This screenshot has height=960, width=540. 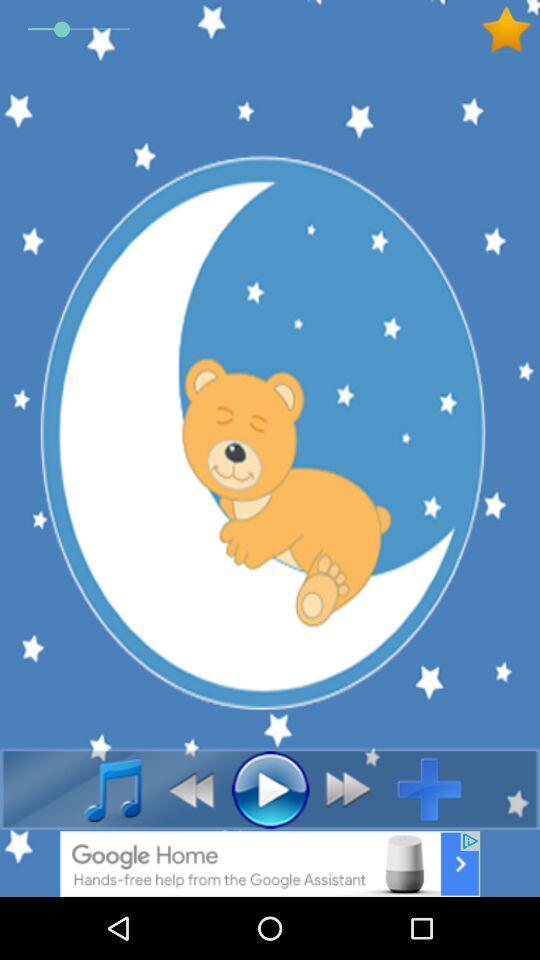 I want to click on song, so click(x=102, y=789).